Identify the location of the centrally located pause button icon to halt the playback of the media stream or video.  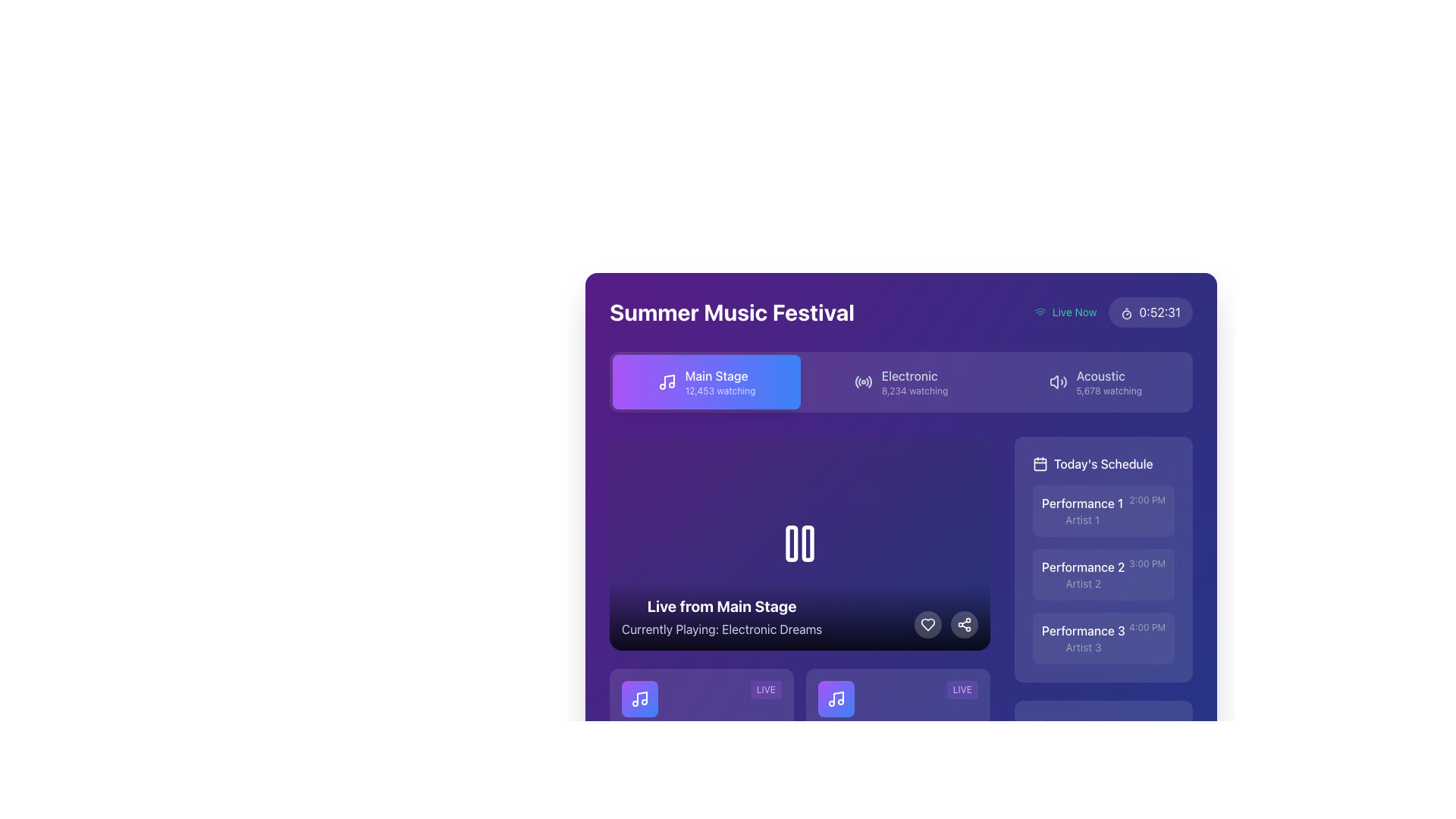
(799, 543).